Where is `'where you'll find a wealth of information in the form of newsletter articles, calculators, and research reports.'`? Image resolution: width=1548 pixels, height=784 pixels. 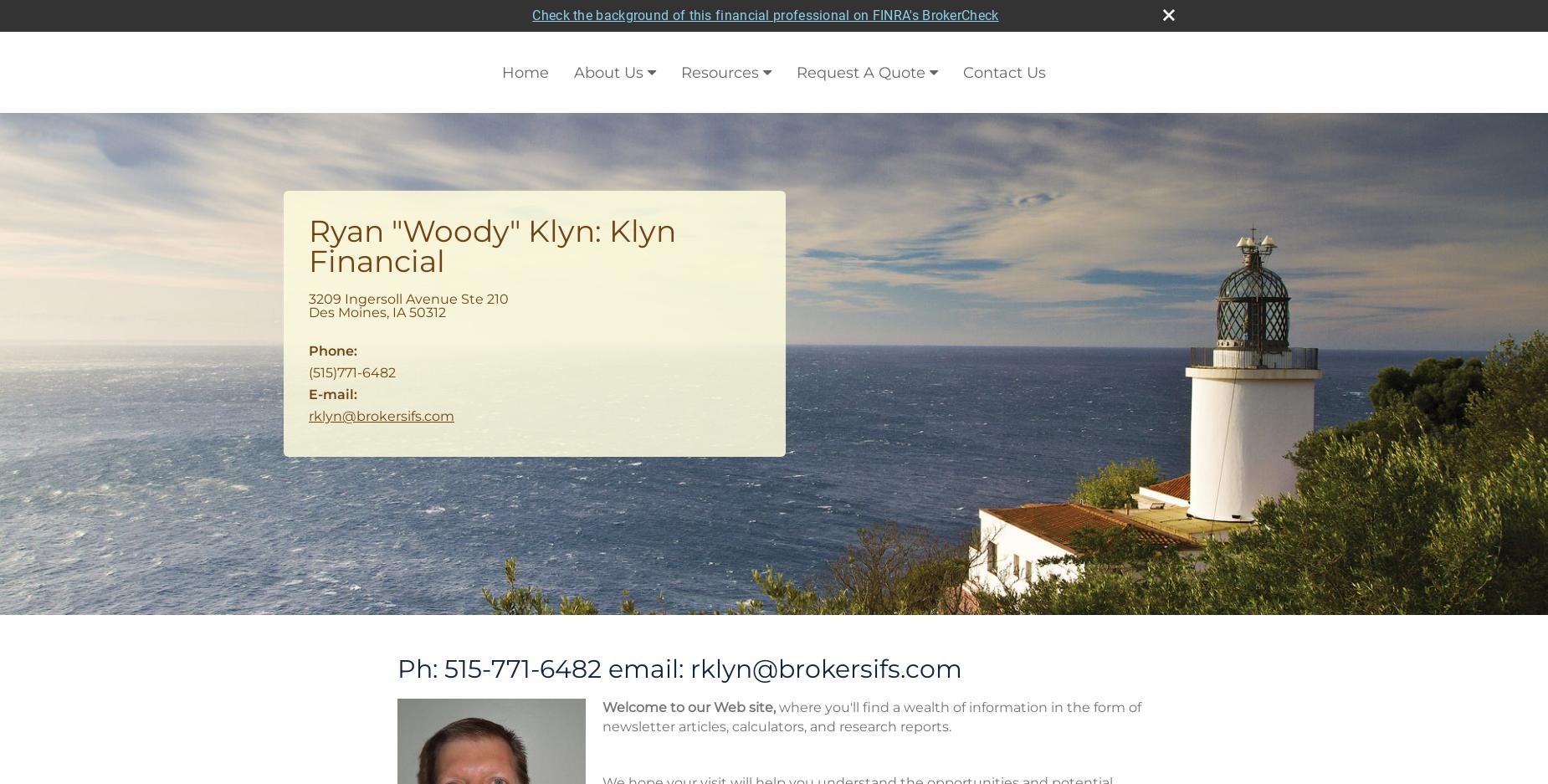 'where you'll find a wealth of information in the form of newsletter articles, calculators, and research reports.' is located at coordinates (870, 44).